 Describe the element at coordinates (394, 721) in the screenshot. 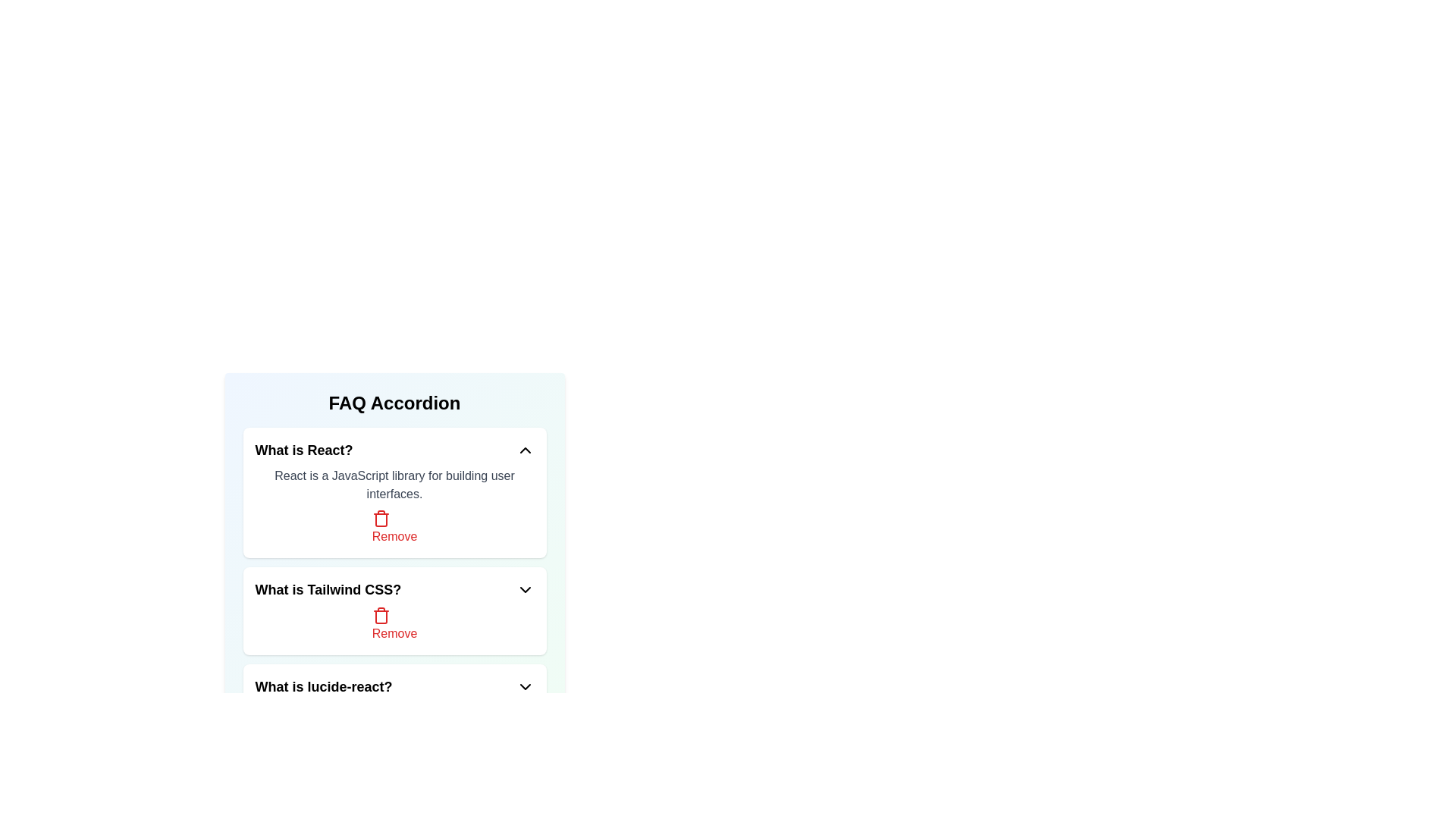

I see `'Remove' button for the FAQ item titled 'What is lucide-react?'` at that location.